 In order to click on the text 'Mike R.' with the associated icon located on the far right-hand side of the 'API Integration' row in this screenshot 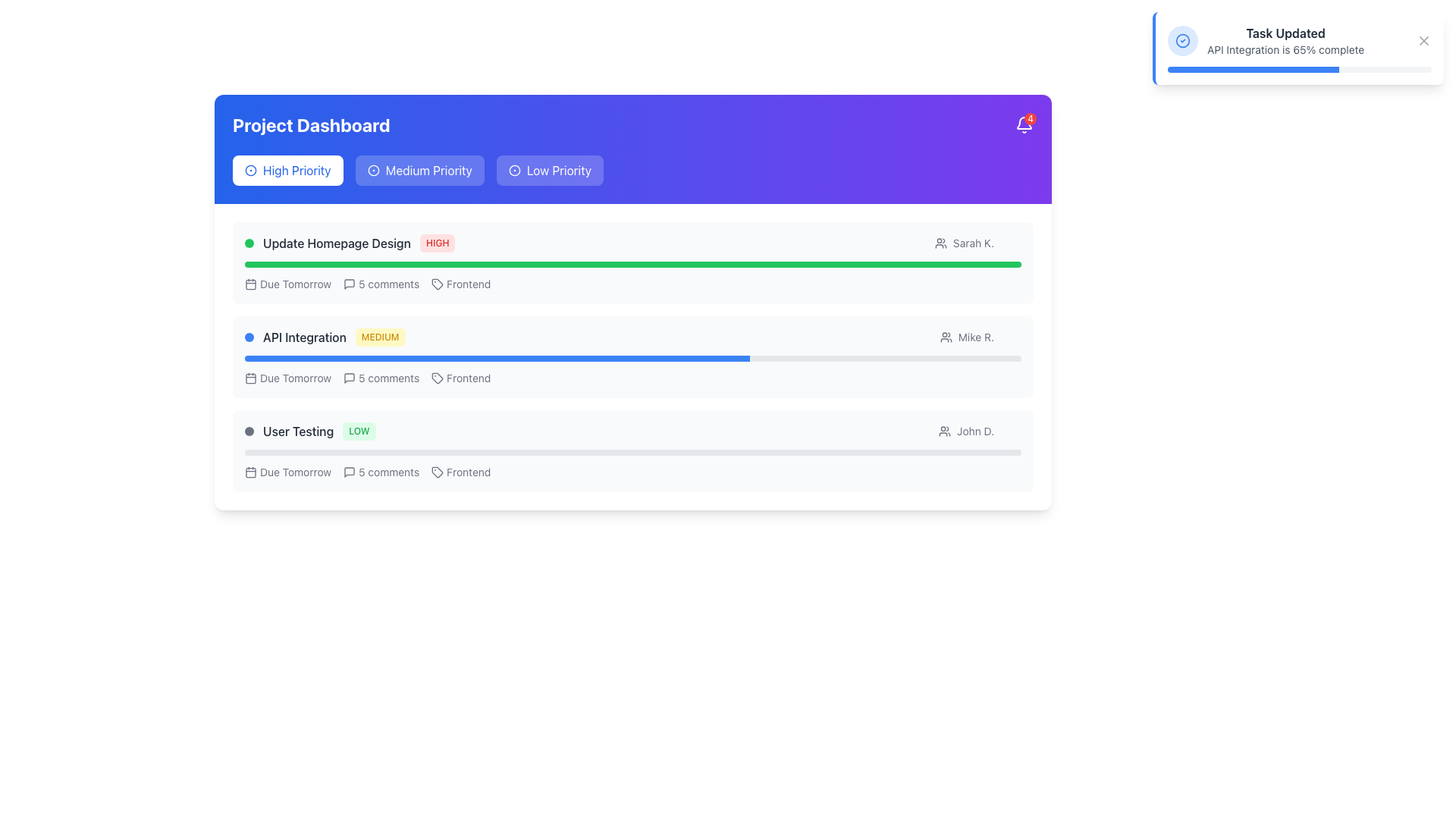, I will do `click(981, 336)`.